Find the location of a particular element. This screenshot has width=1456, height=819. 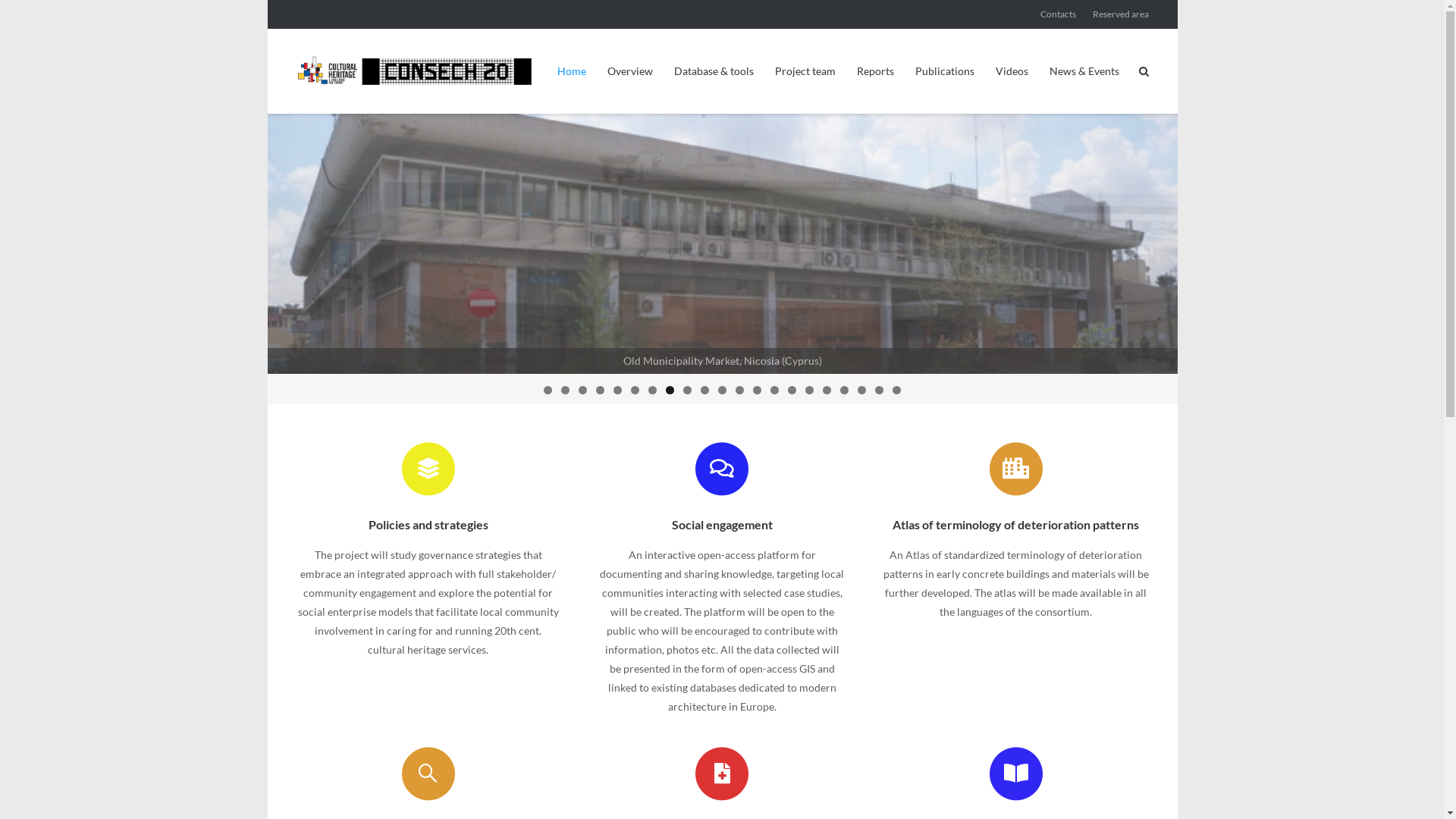

'9' is located at coordinates (686, 389).